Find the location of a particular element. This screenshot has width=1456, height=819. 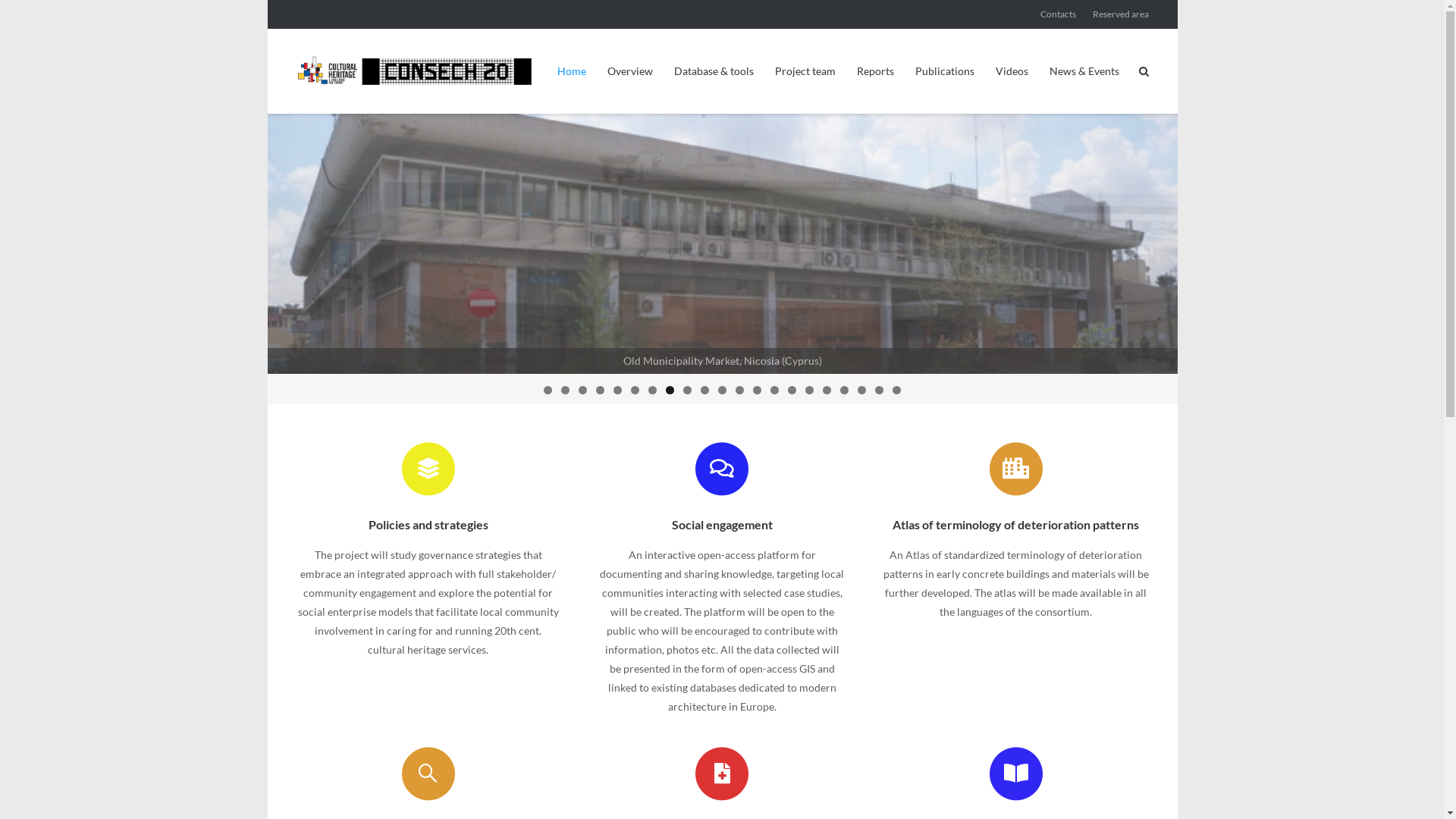

'9' is located at coordinates (686, 389).